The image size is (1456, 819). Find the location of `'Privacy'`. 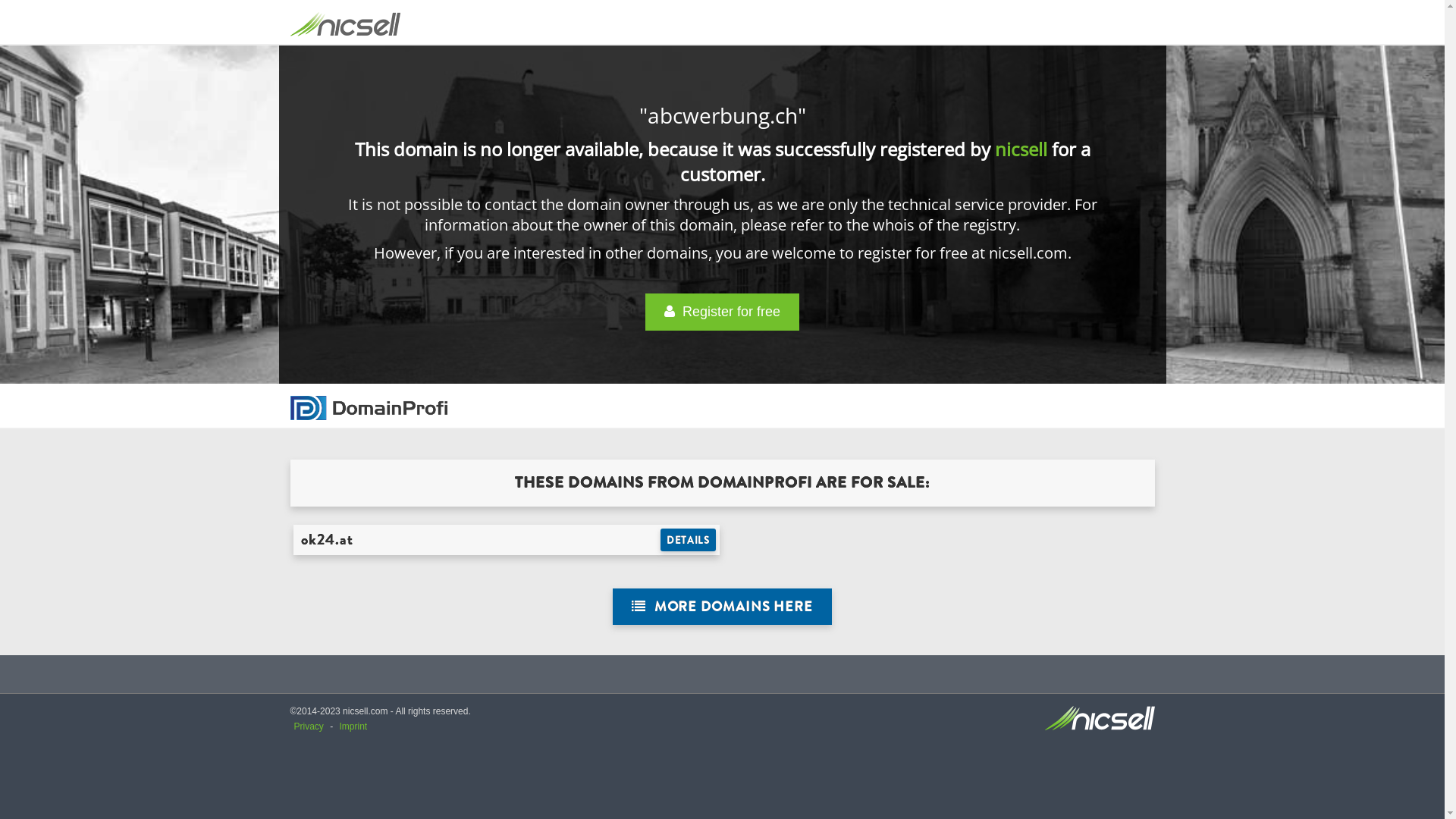

'Privacy' is located at coordinates (294, 725).